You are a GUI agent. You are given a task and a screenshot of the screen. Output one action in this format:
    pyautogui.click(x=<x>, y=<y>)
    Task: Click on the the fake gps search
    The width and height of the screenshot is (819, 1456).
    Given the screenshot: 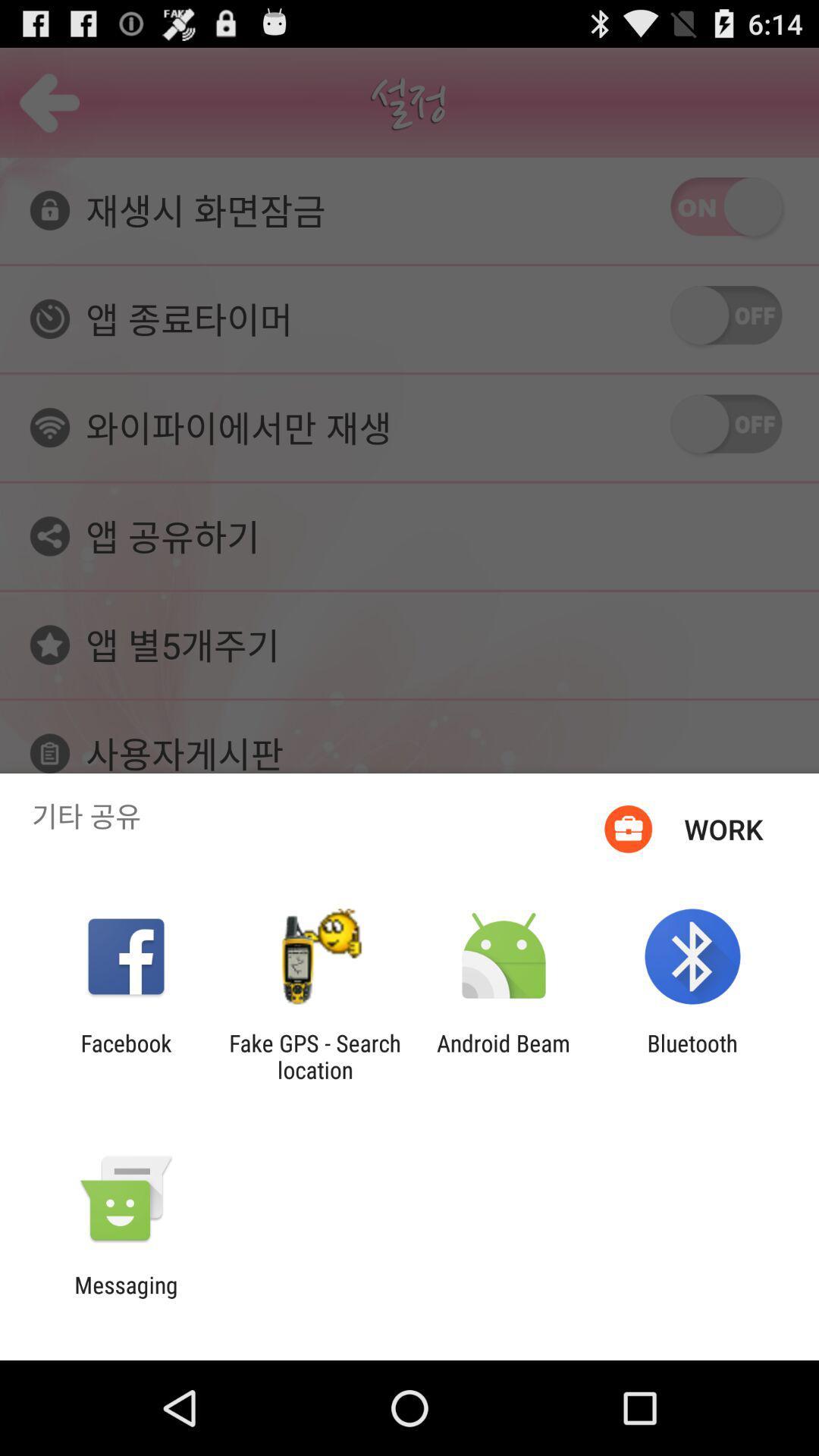 What is the action you would take?
    pyautogui.click(x=314, y=1056)
    